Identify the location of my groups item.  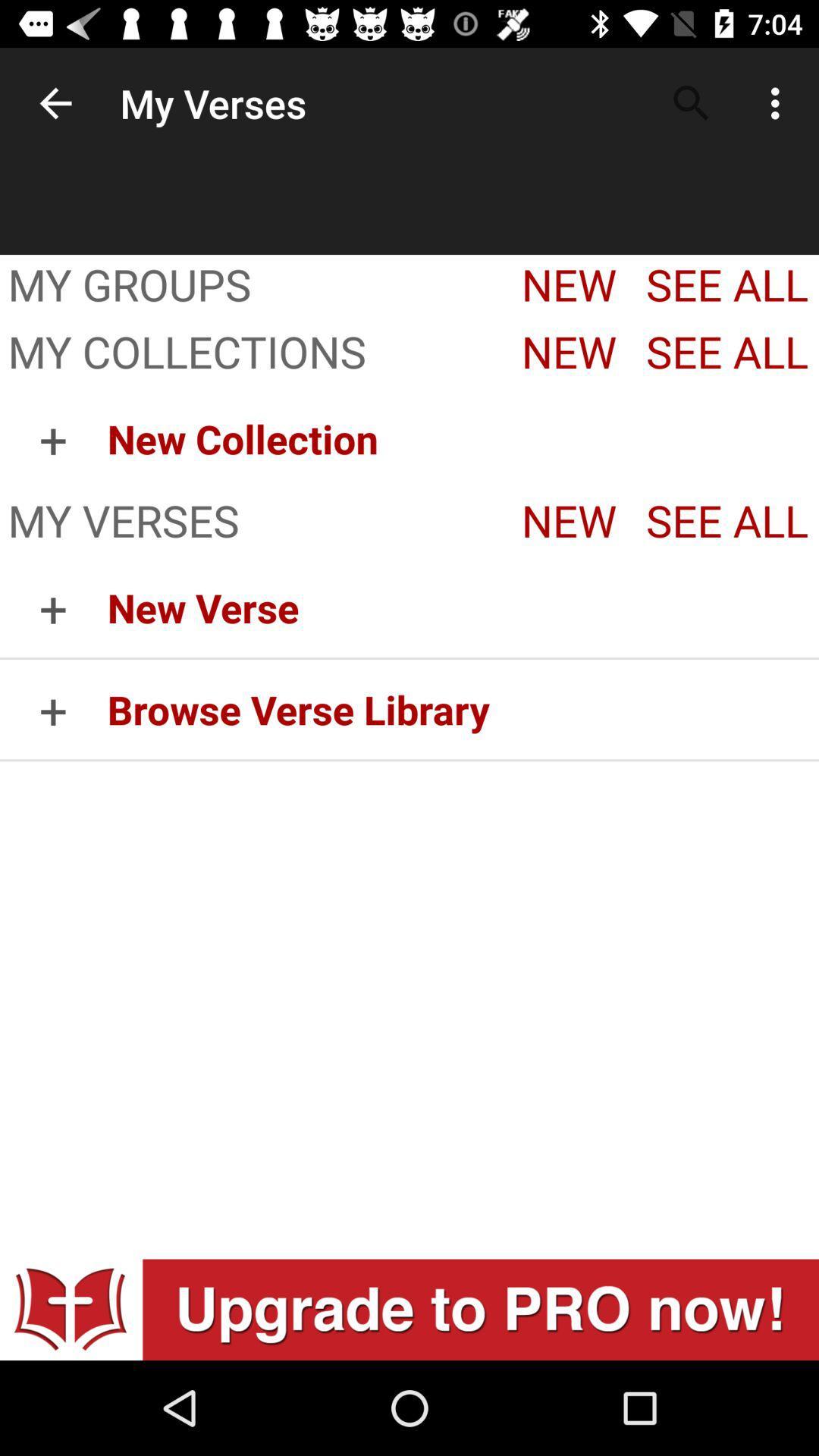
(250, 287).